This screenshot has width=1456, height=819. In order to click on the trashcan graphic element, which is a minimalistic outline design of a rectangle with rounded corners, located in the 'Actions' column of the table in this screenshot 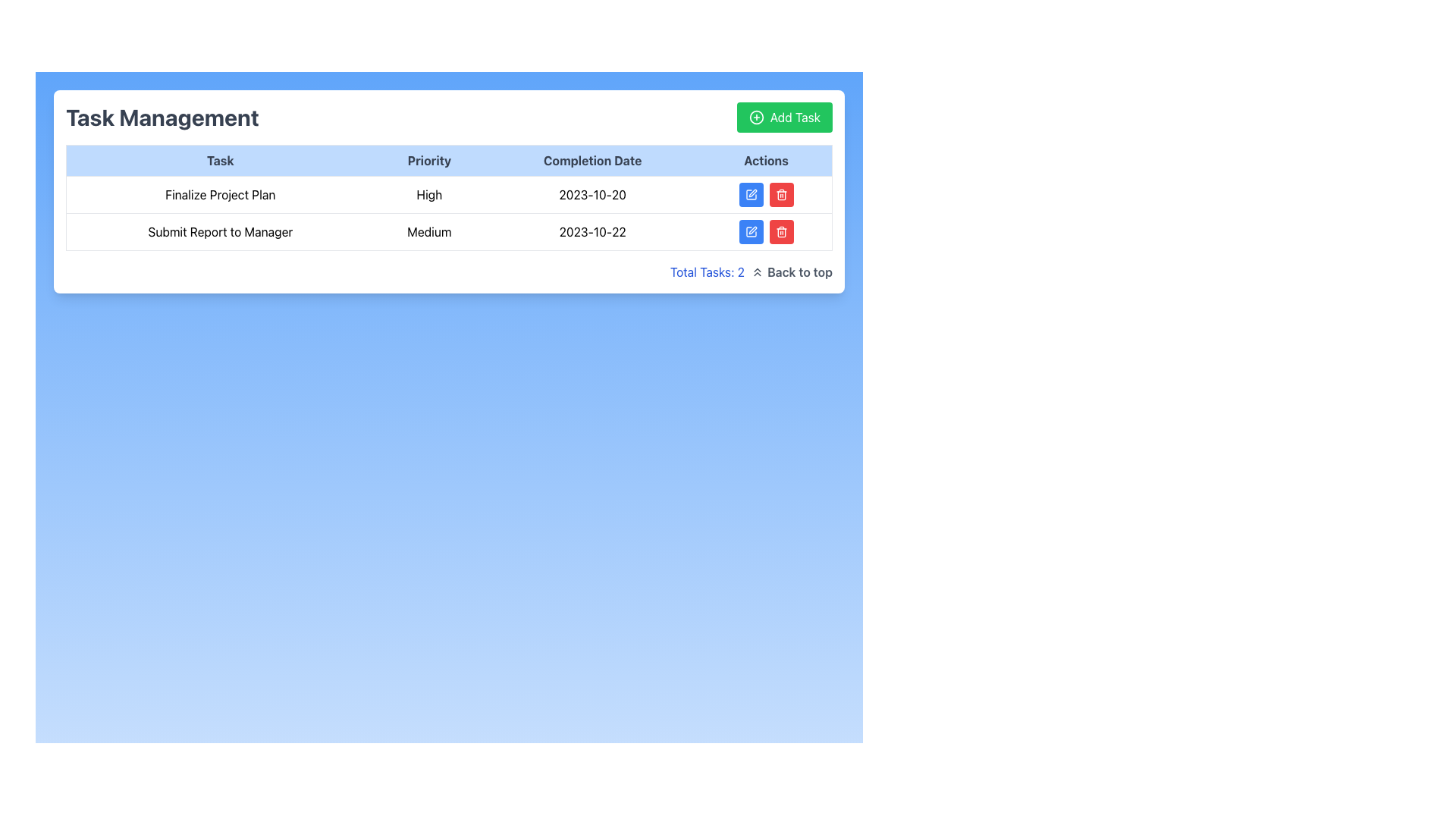, I will do `click(781, 233)`.